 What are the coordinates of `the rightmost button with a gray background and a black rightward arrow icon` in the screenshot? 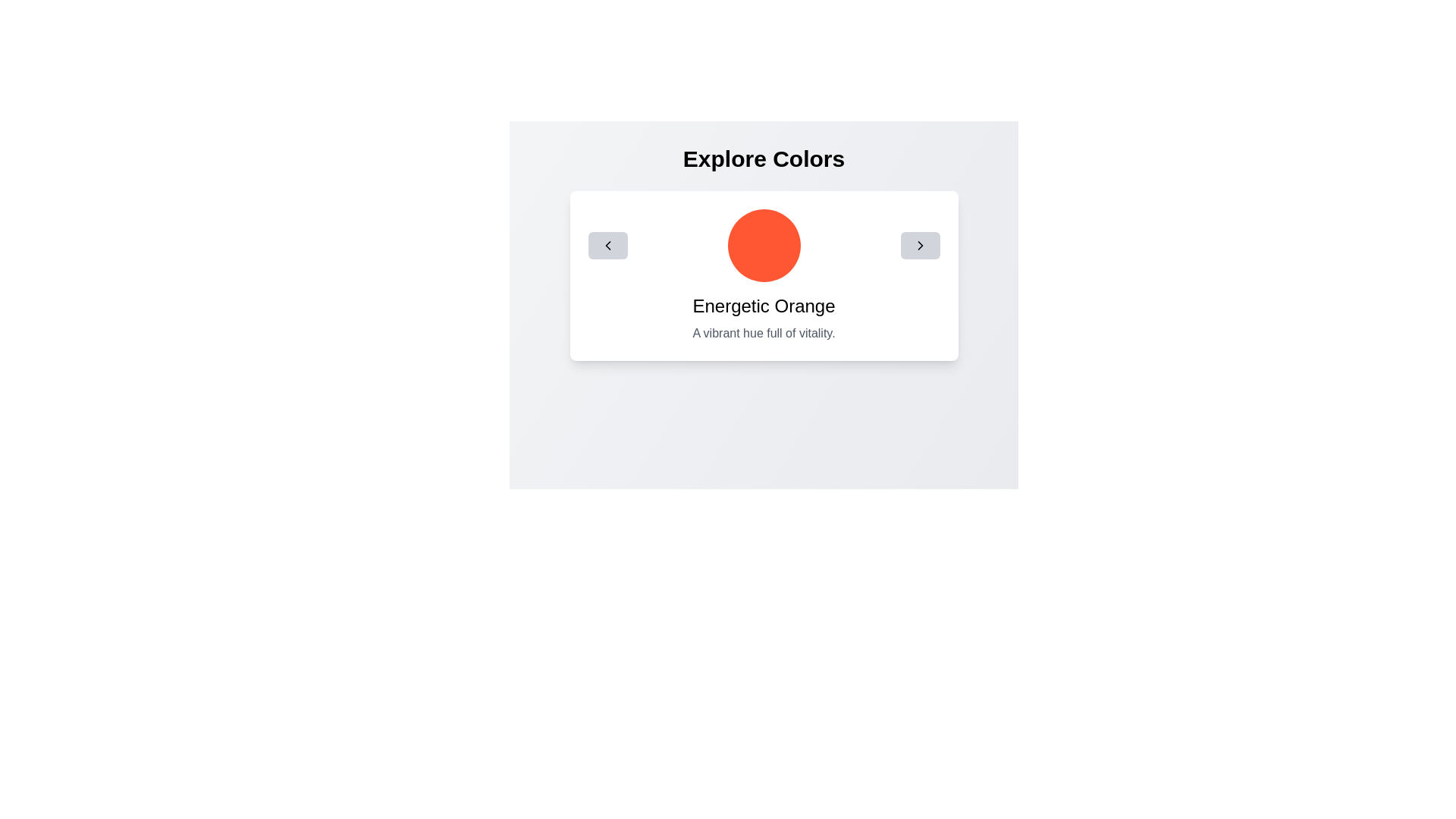 It's located at (919, 245).